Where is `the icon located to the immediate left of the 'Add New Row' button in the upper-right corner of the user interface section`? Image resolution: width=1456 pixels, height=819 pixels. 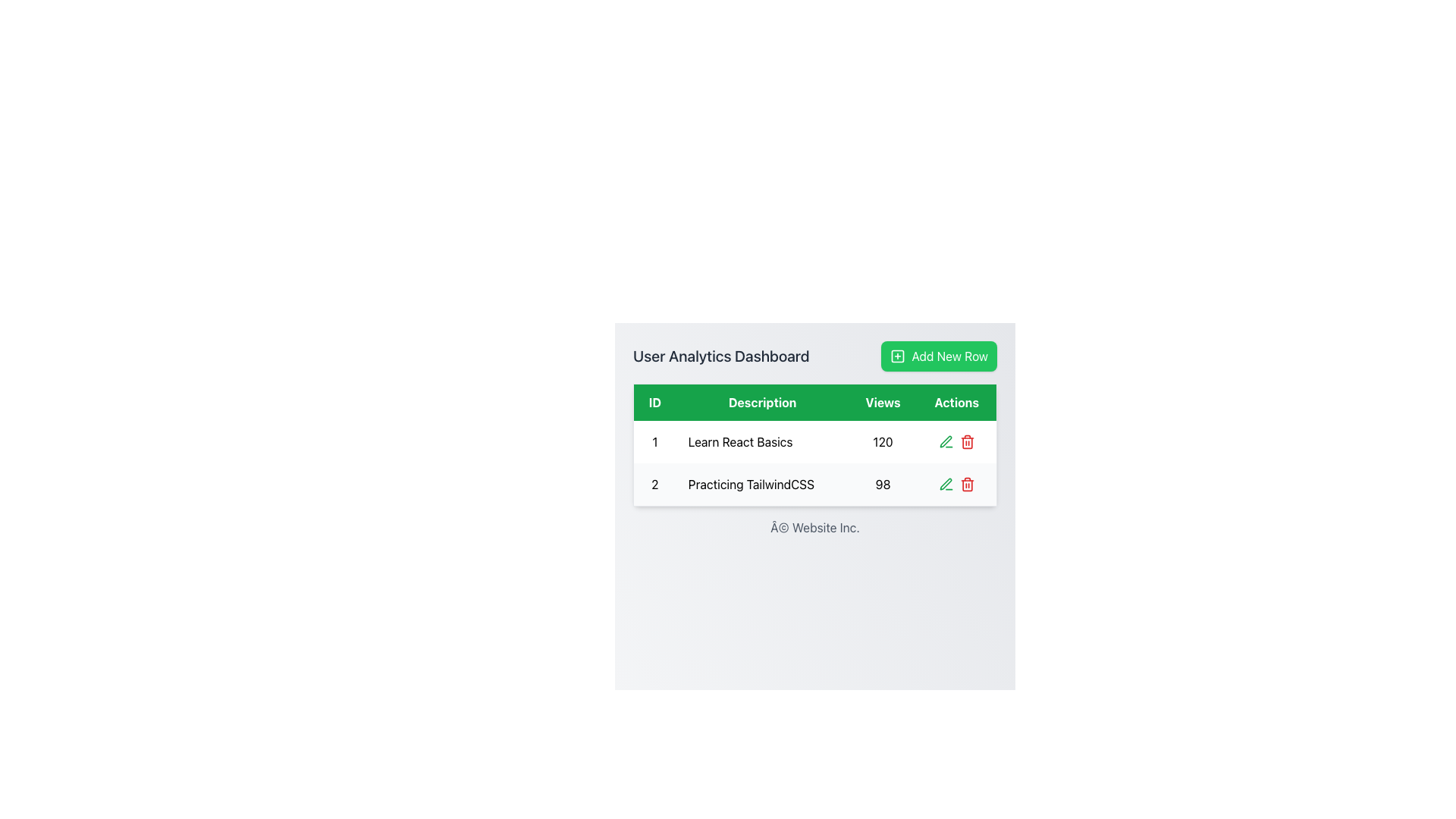 the icon located to the immediate left of the 'Add New Row' button in the upper-right corner of the user interface section is located at coordinates (898, 356).